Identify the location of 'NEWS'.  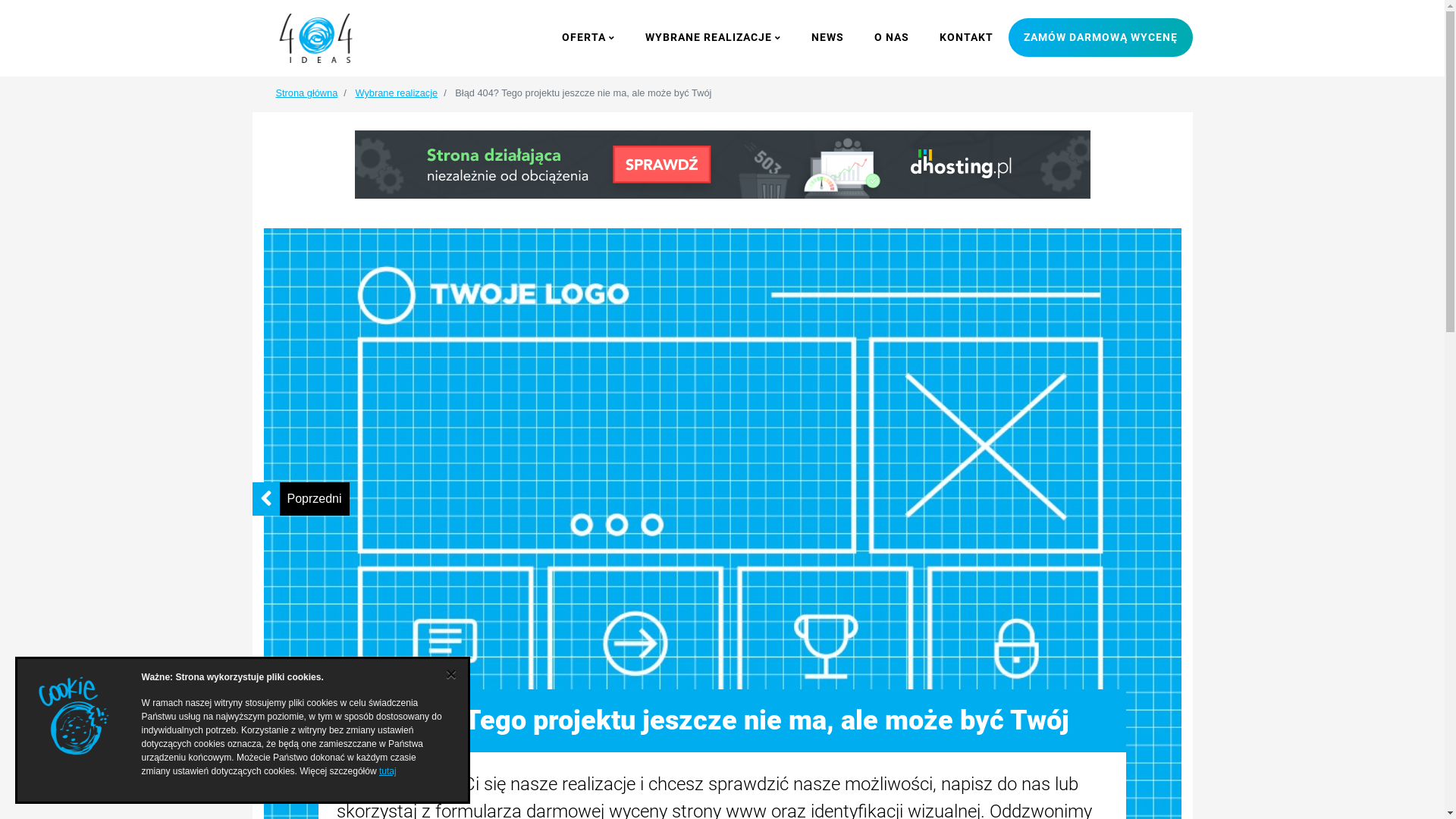
(827, 36).